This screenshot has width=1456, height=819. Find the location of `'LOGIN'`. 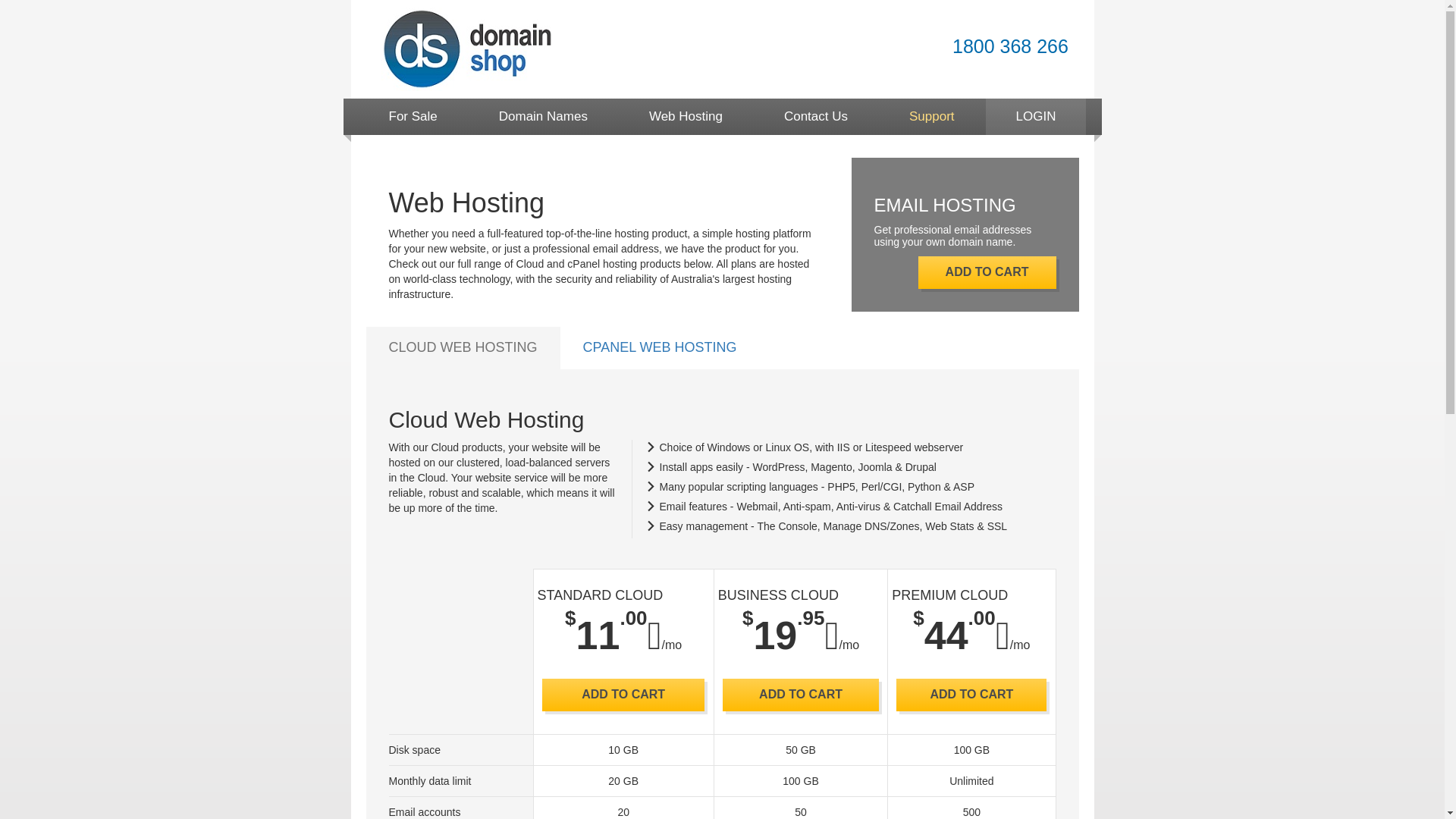

'LOGIN' is located at coordinates (1035, 116).